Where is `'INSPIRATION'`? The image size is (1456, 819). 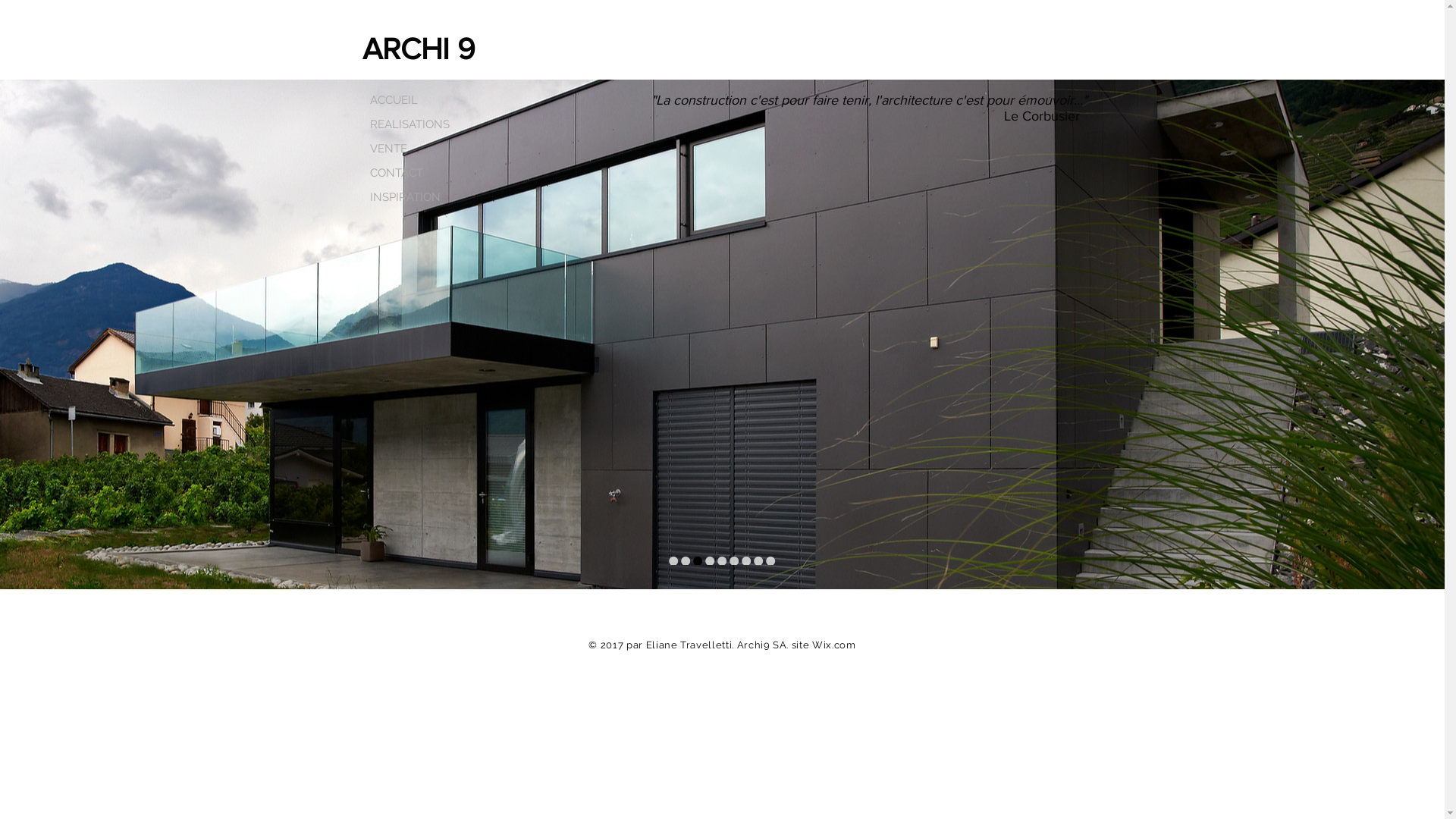
'INSPIRATION' is located at coordinates (362, 196).